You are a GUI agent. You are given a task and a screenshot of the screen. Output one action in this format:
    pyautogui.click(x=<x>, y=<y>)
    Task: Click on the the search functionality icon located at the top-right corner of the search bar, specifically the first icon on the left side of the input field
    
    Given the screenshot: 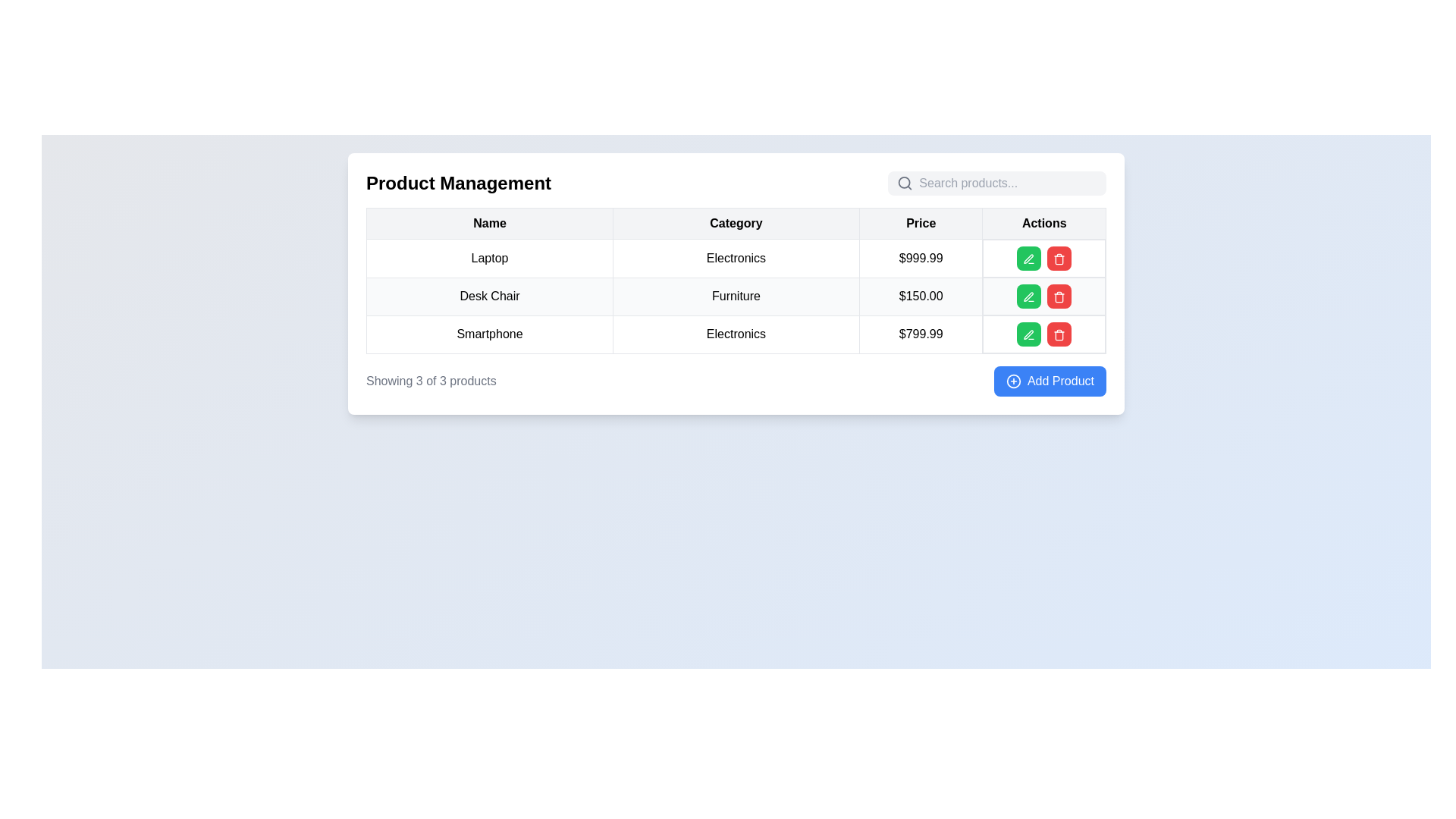 What is the action you would take?
    pyautogui.click(x=905, y=183)
    